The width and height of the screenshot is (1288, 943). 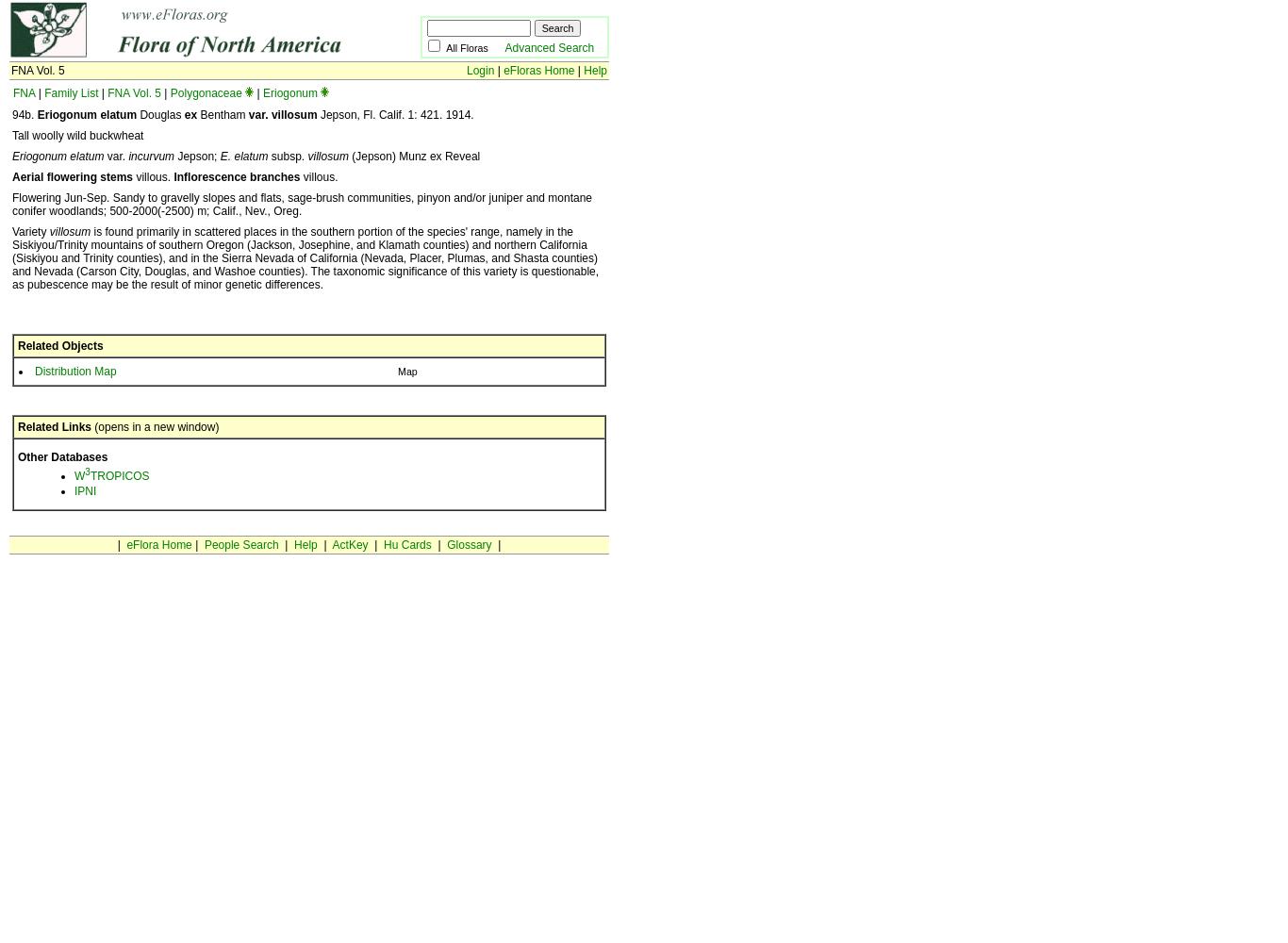 What do you see at coordinates (173, 157) in the screenshot?
I see `'Jepson;'` at bounding box center [173, 157].